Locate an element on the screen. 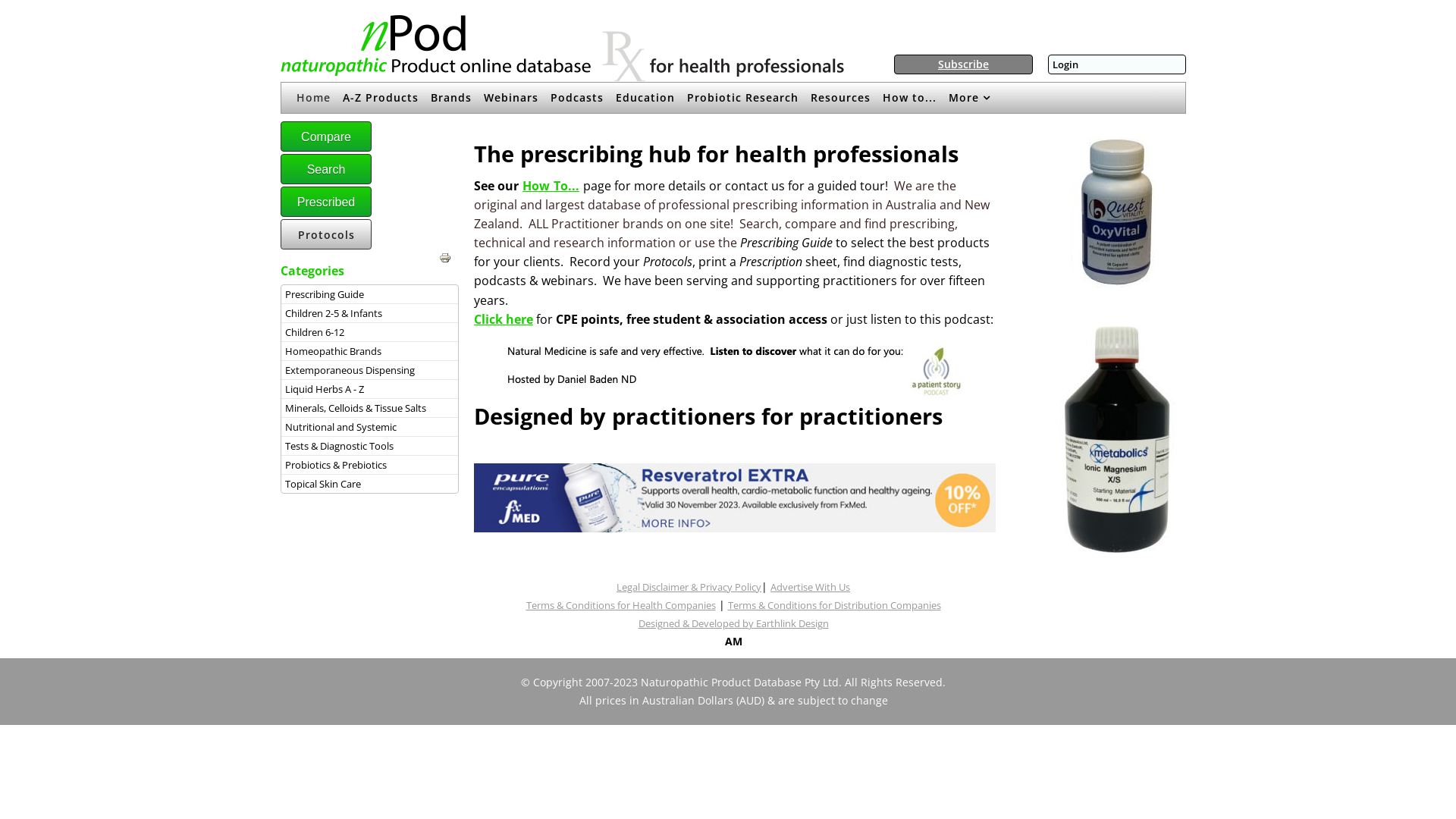 The image size is (1456, 819). 'Resources' is located at coordinates (839, 97).